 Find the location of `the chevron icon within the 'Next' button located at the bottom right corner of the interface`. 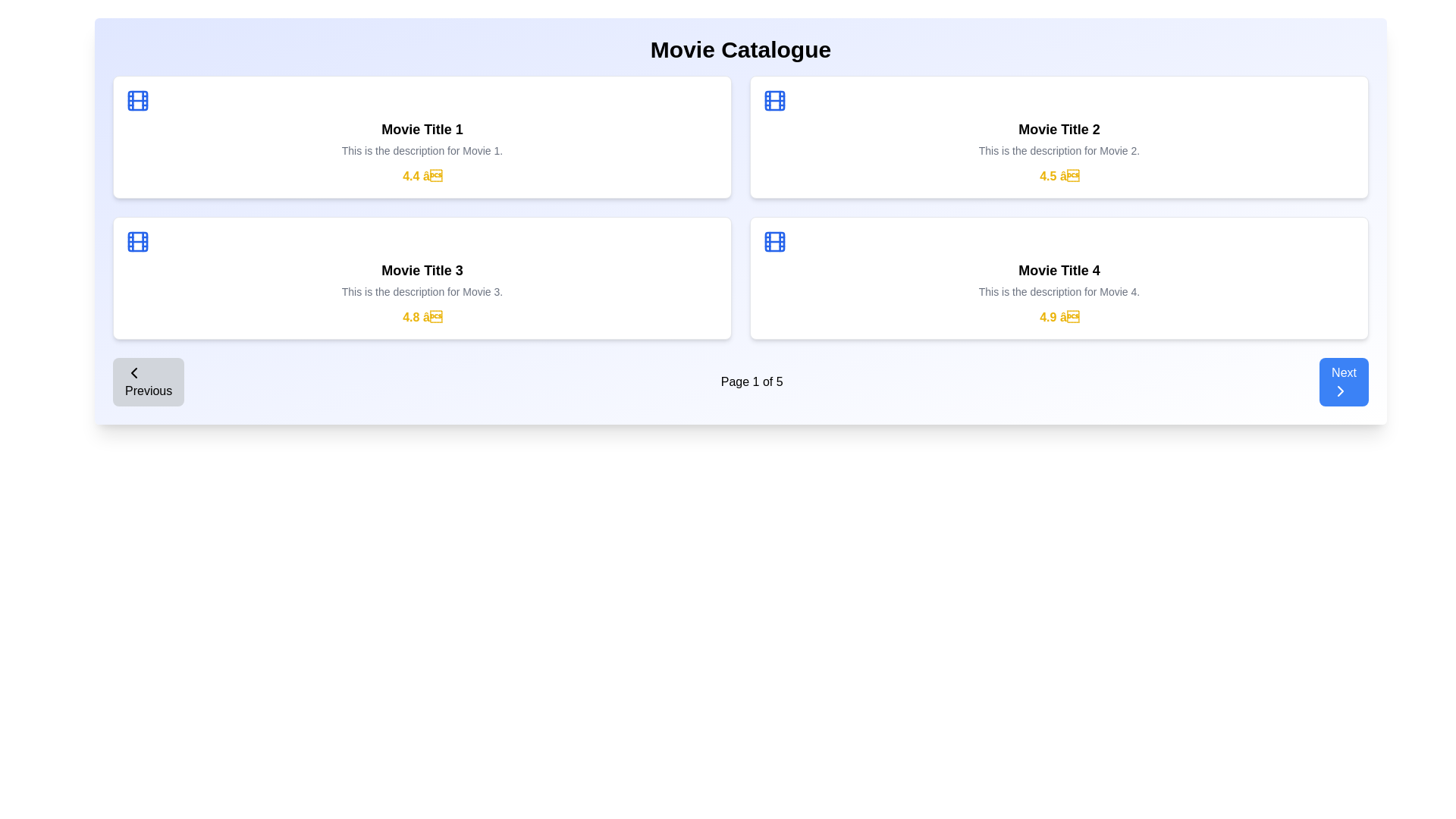

the chevron icon within the 'Next' button located at the bottom right corner of the interface is located at coordinates (1341, 391).